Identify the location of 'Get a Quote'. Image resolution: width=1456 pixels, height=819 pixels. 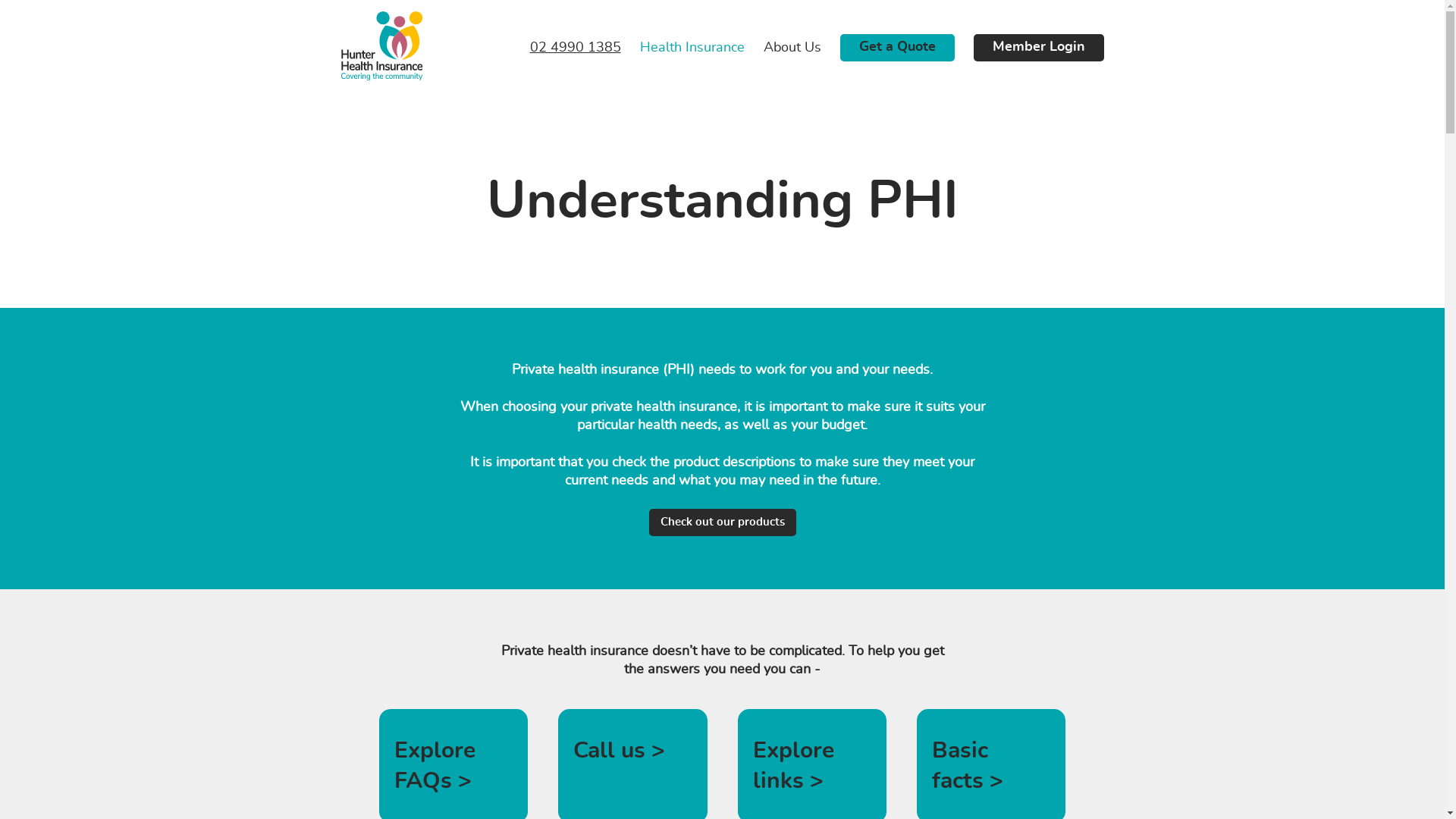
(839, 45).